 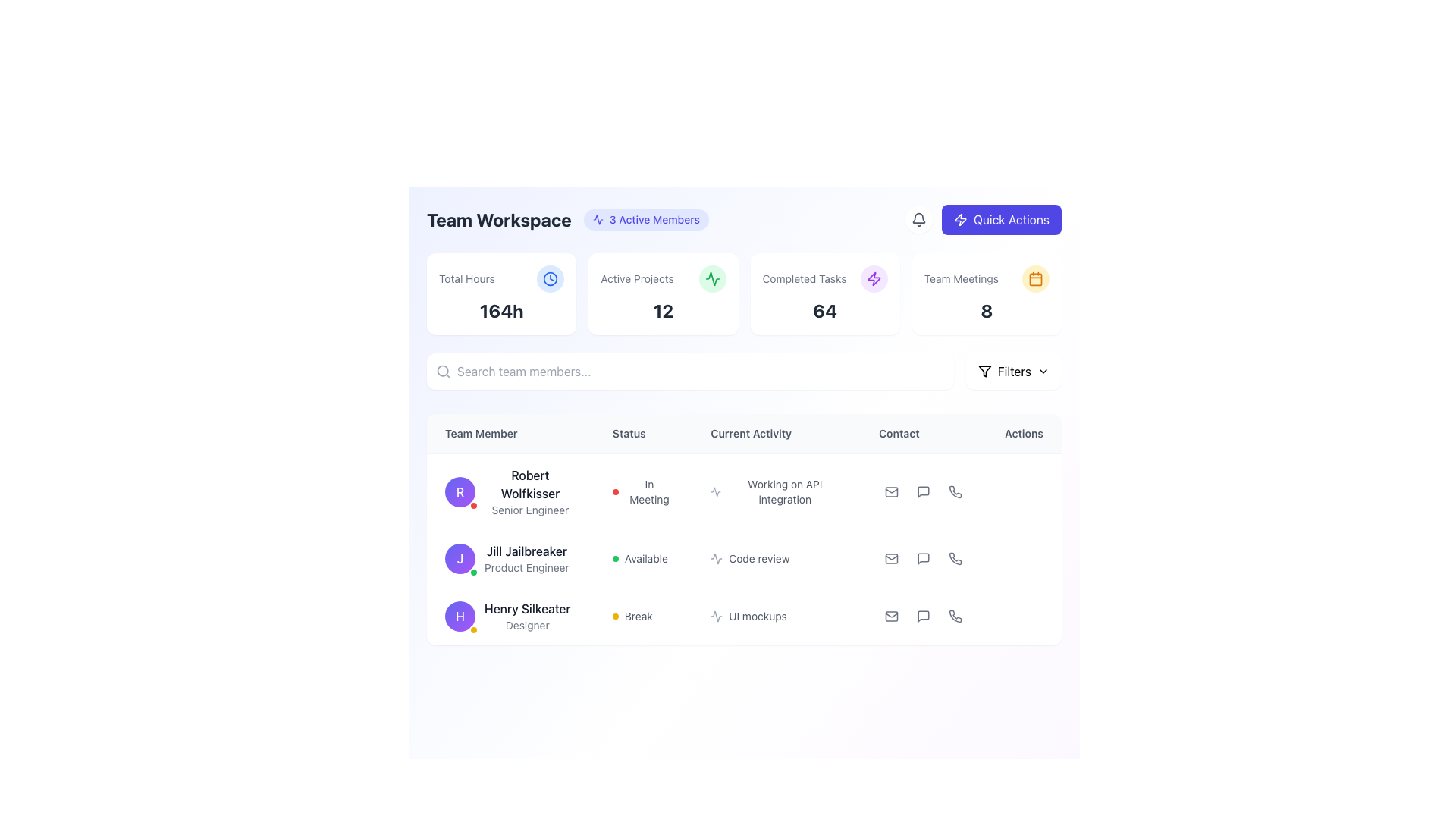 What do you see at coordinates (923, 491) in the screenshot?
I see `the comment bubble SVG icon located in the 'Actions' column of the second row under the 'Contact' section for user 'Jill Jailbreaker'` at bounding box center [923, 491].